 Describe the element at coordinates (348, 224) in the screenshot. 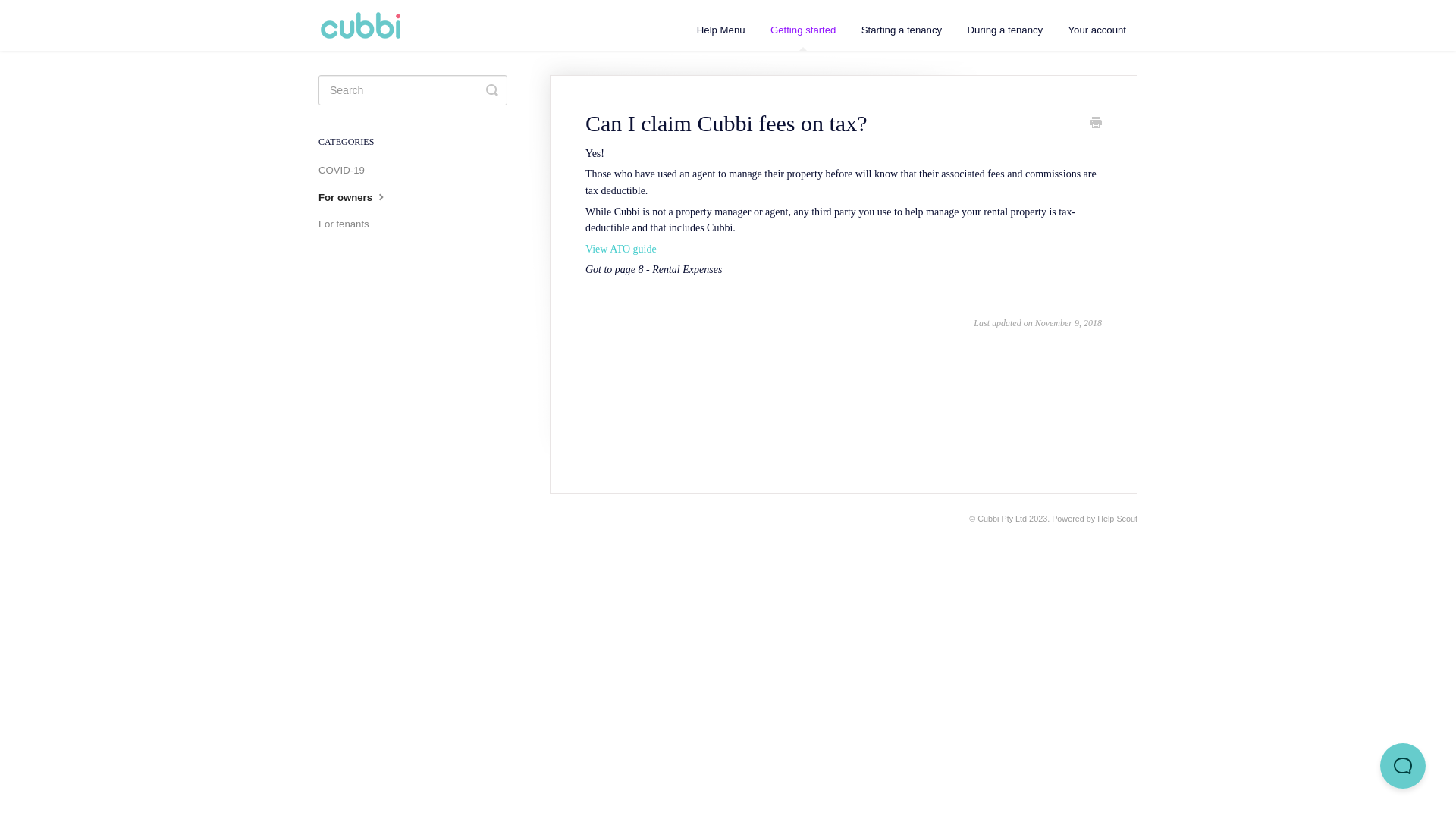

I see `'For tenants'` at that location.